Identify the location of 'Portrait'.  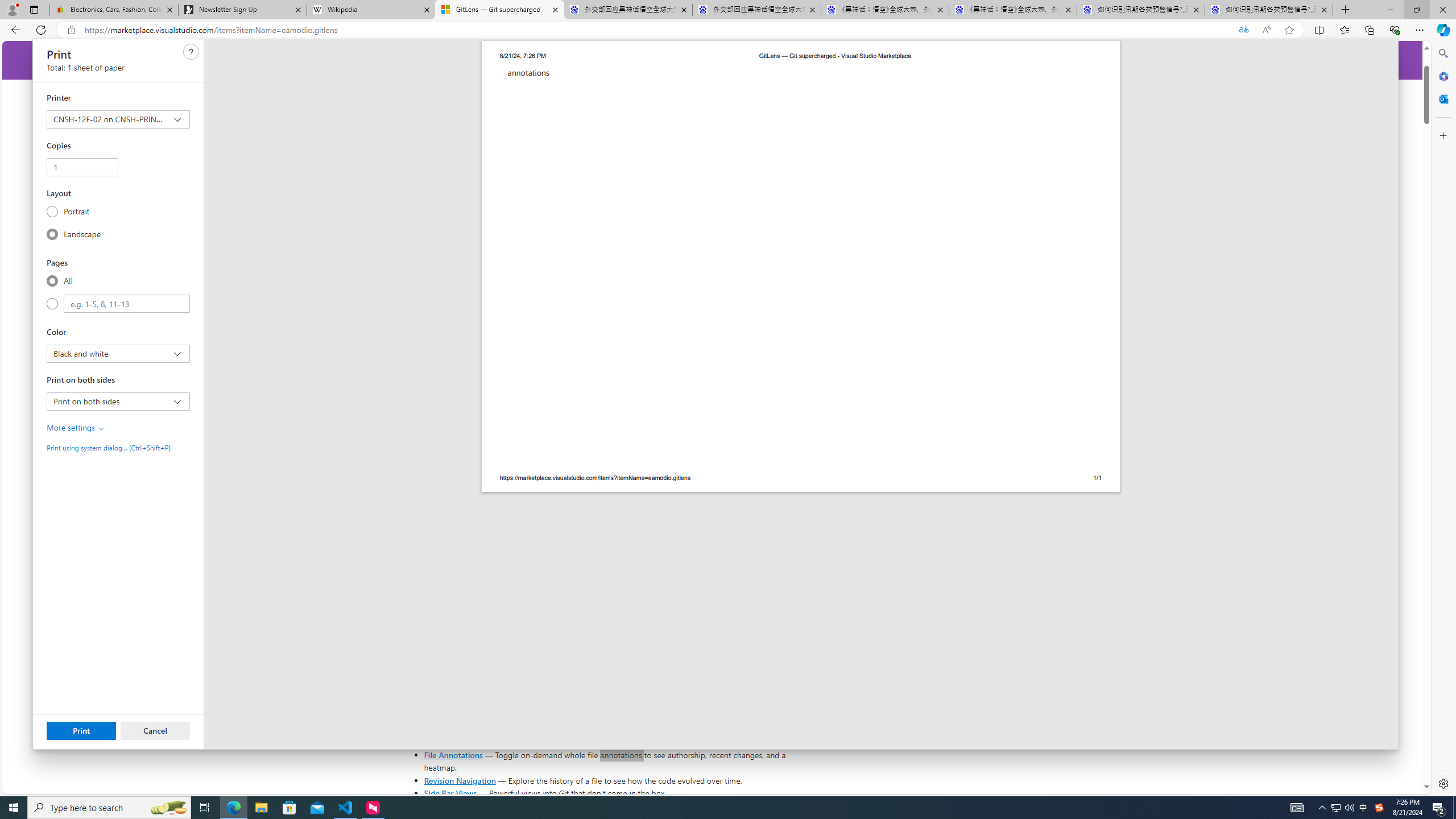
(52, 211).